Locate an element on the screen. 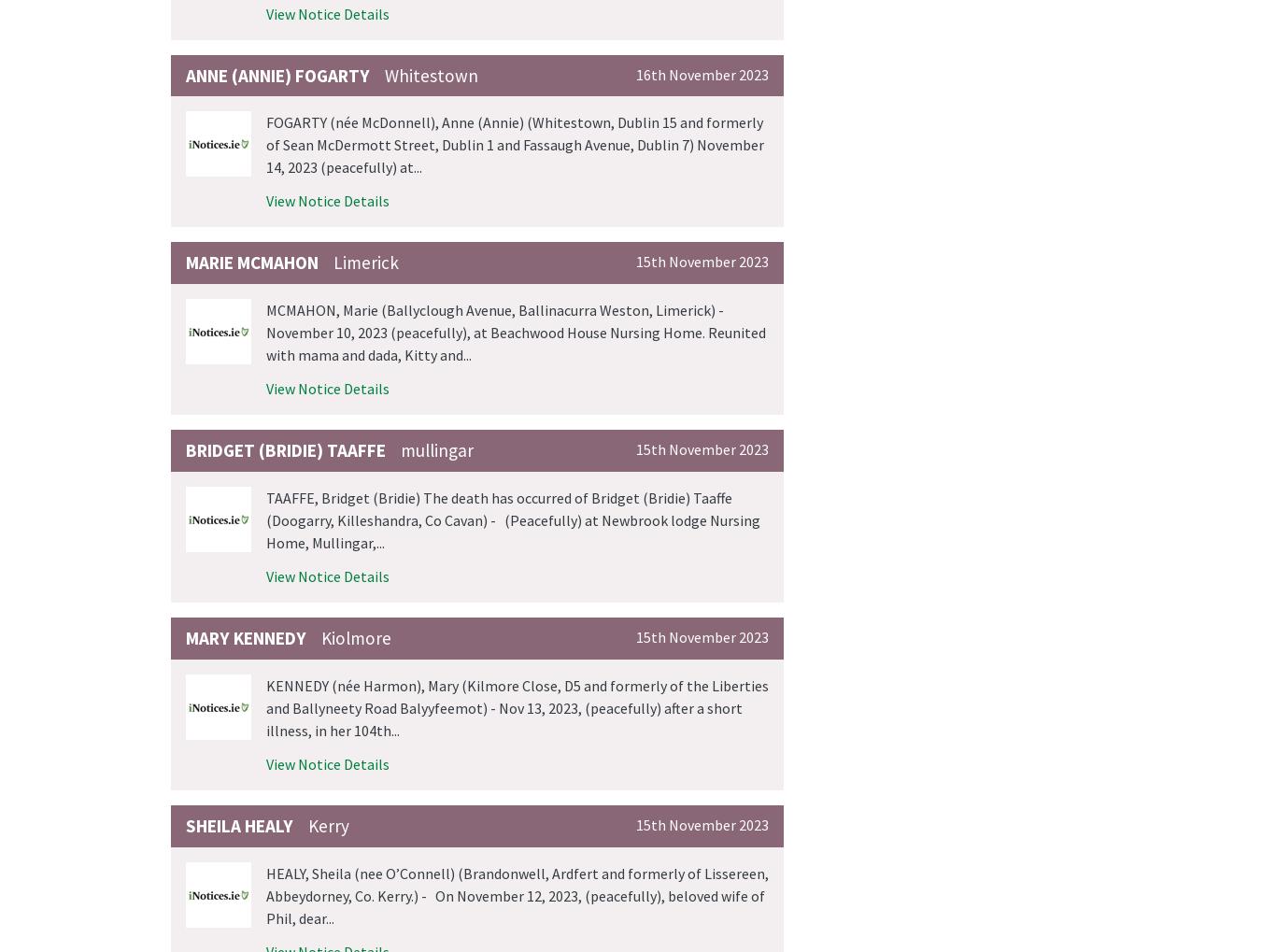  'HEALY, Sheila                     (nee O’Connell) (Brandonwell, Ardfert and formerly of Lissereen, Abbeydorney, Co. Kerry.) -     On November 12, 2023, (peacefully), beloved wife of Phil, dear...' is located at coordinates (517, 893).